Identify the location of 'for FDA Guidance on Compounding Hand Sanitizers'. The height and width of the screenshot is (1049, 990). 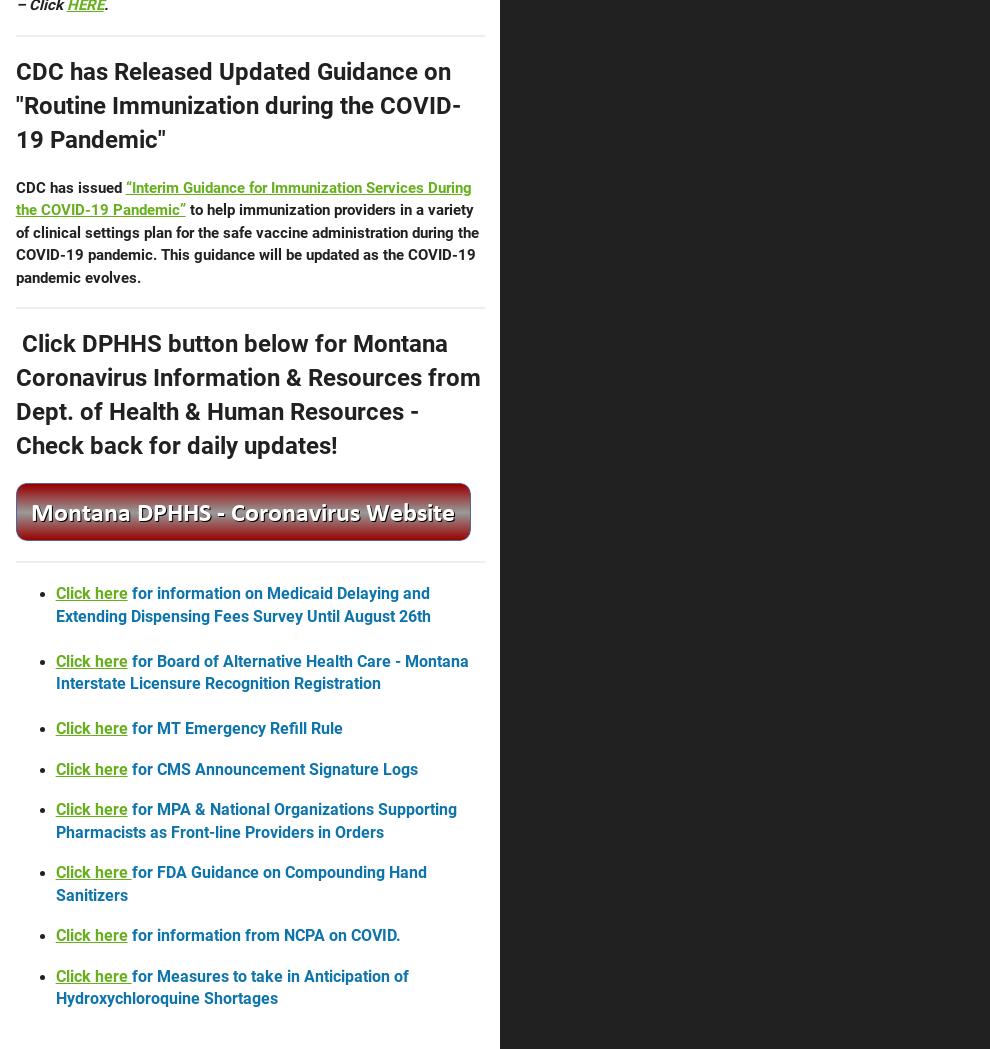
(55, 883).